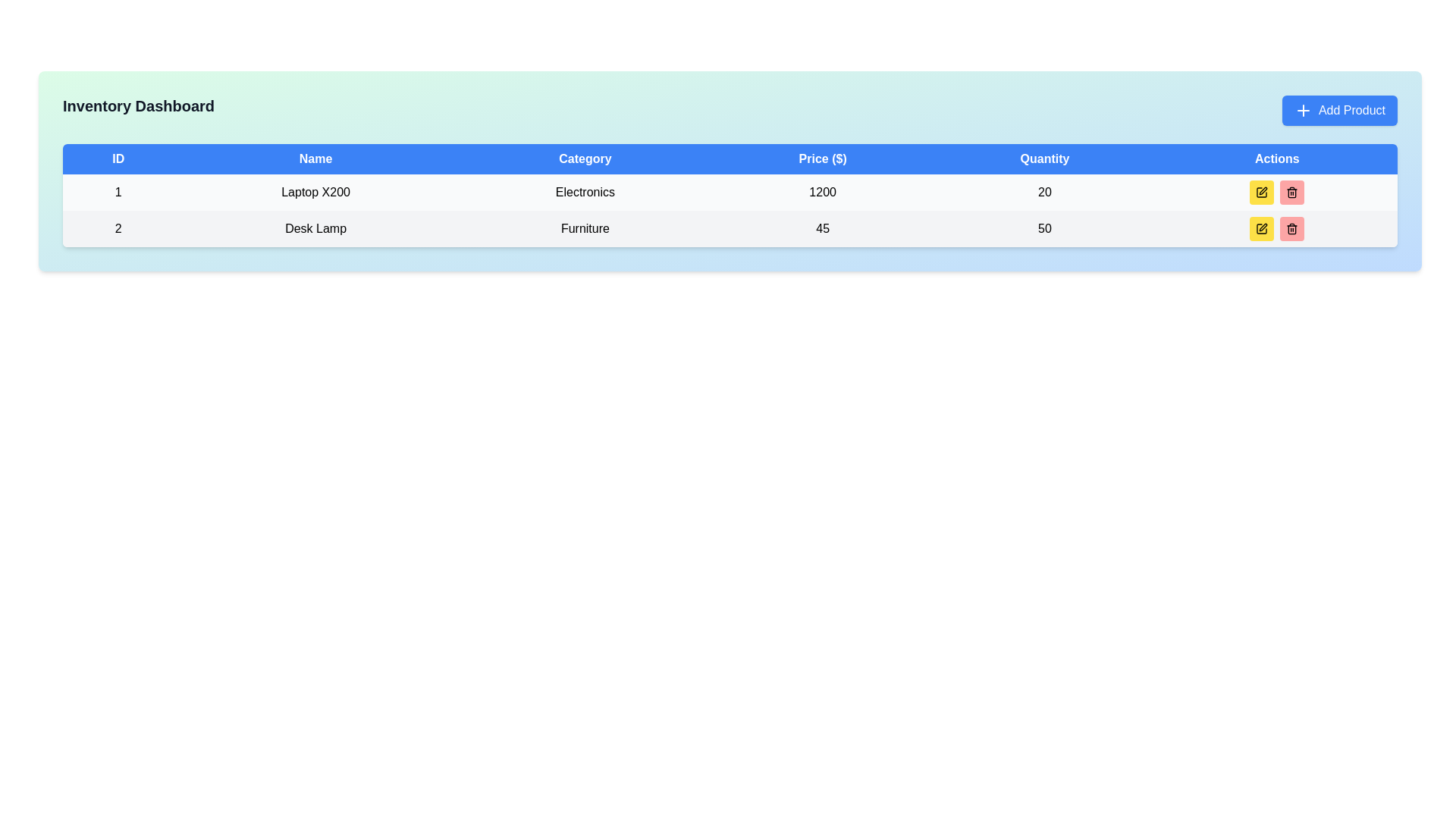 This screenshot has height=819, width=1456. I want to click on the text label displaying '45' in the 'Quantity' column of the second row for the 'Desk Lamp' entry, so click(822, 228).